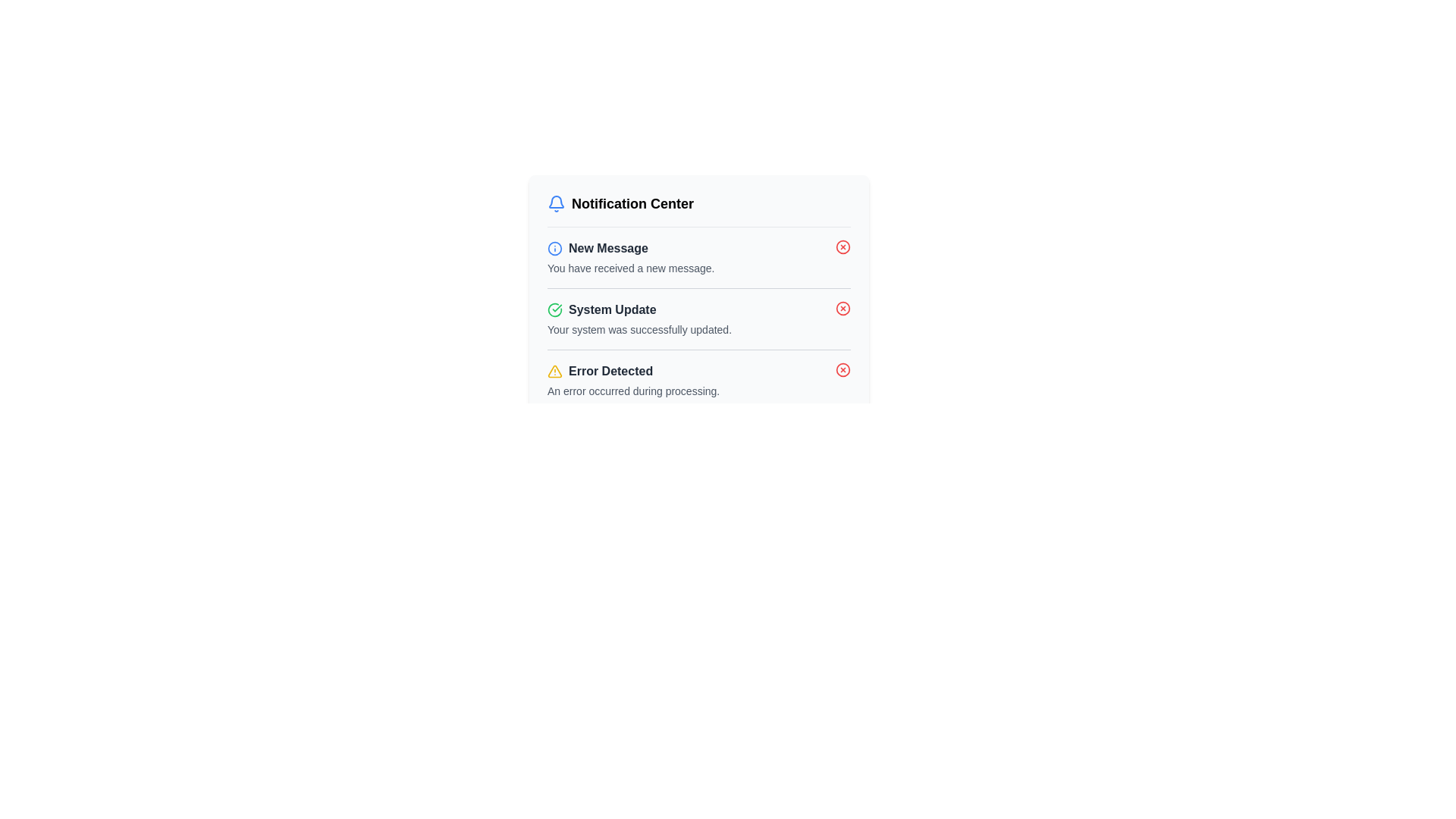  I want to click on the blue outlined bell-shaped icon located at the top-left corner of the Notification Center widget, so click(556, 201).